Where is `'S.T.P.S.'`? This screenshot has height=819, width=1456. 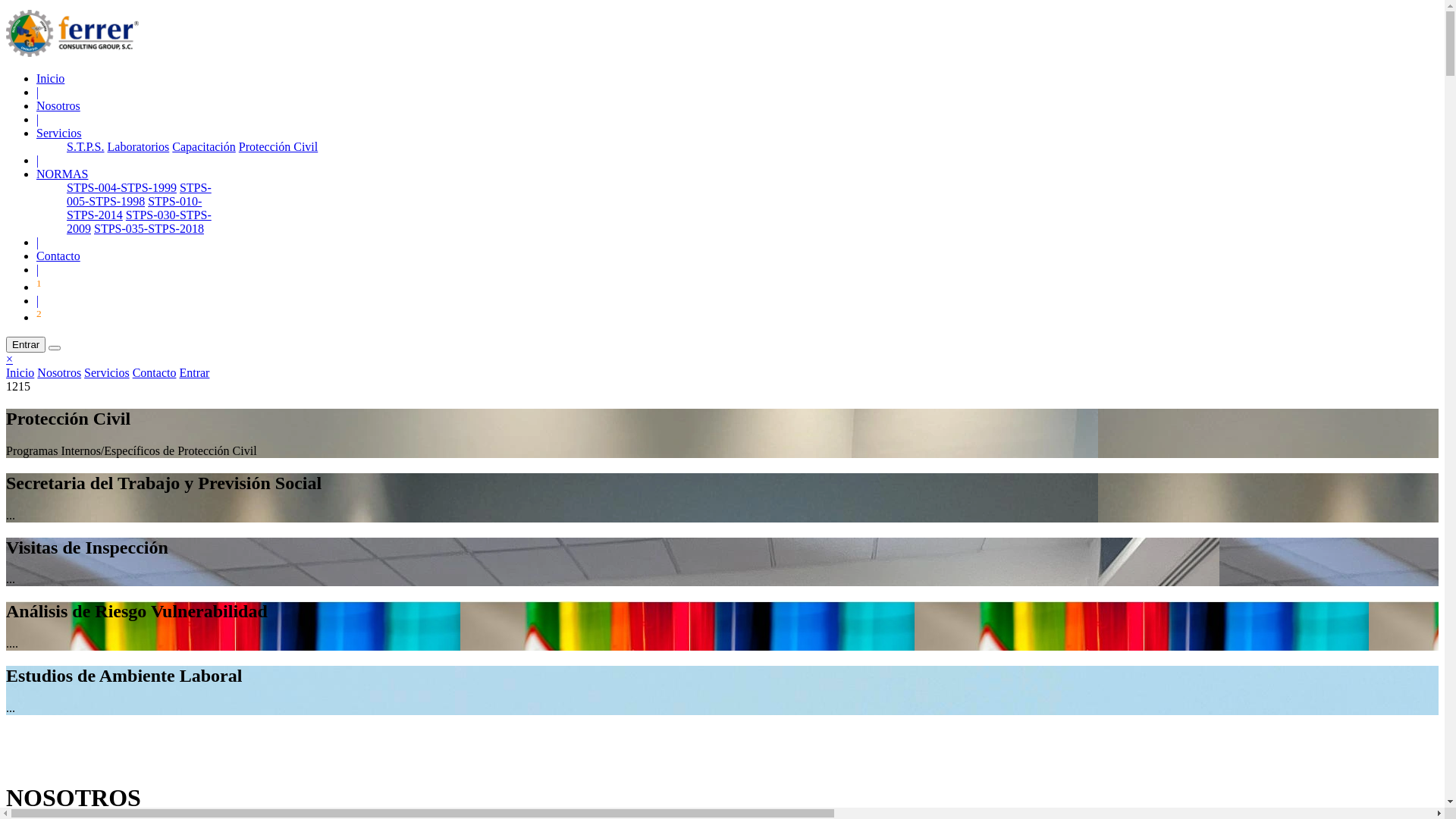
'S.T.P.S.' is located at coordinates (85, 146).